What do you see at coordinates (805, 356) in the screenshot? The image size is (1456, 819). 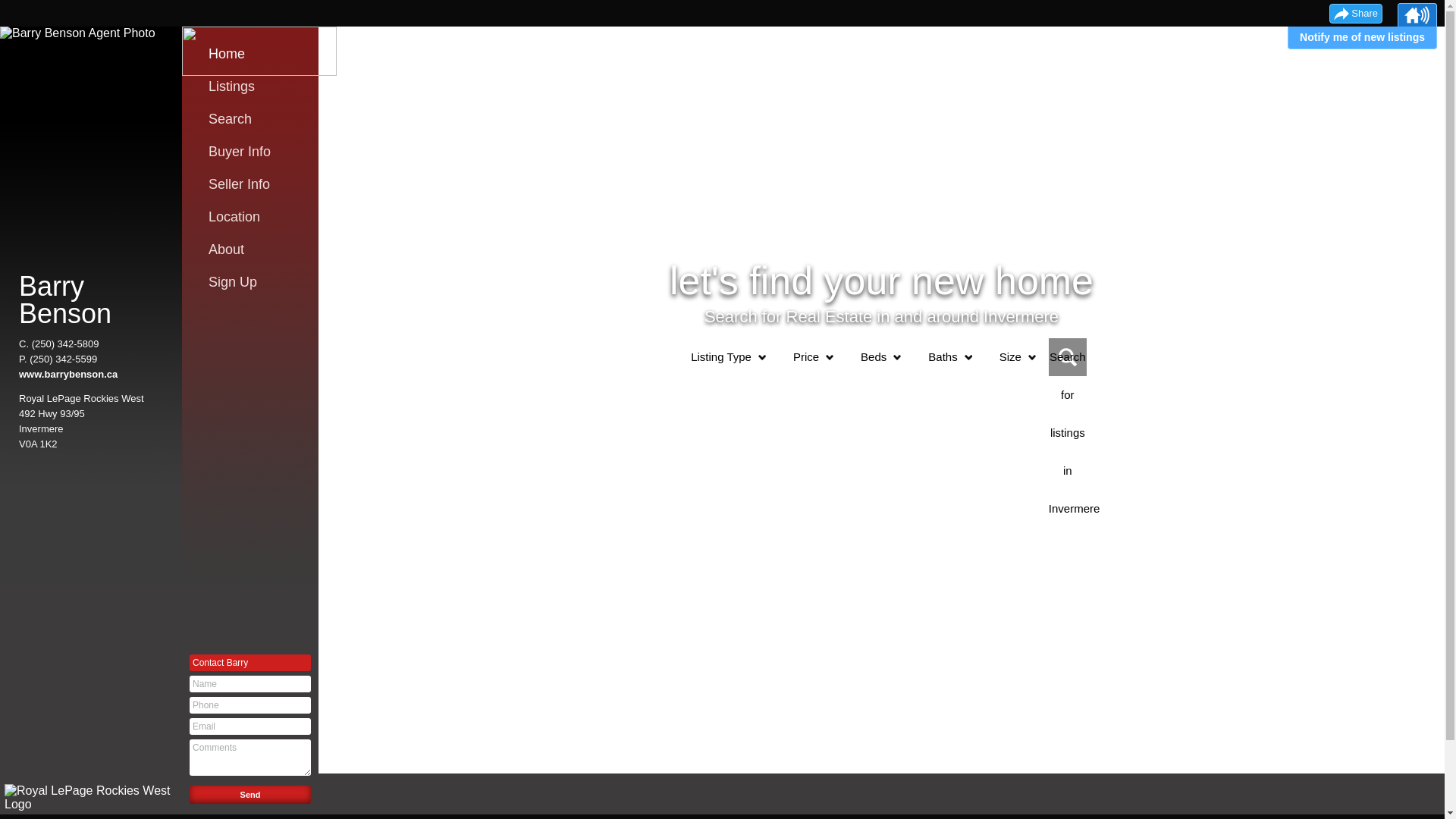 I see `'Price'` at bounding box center [805, 356].